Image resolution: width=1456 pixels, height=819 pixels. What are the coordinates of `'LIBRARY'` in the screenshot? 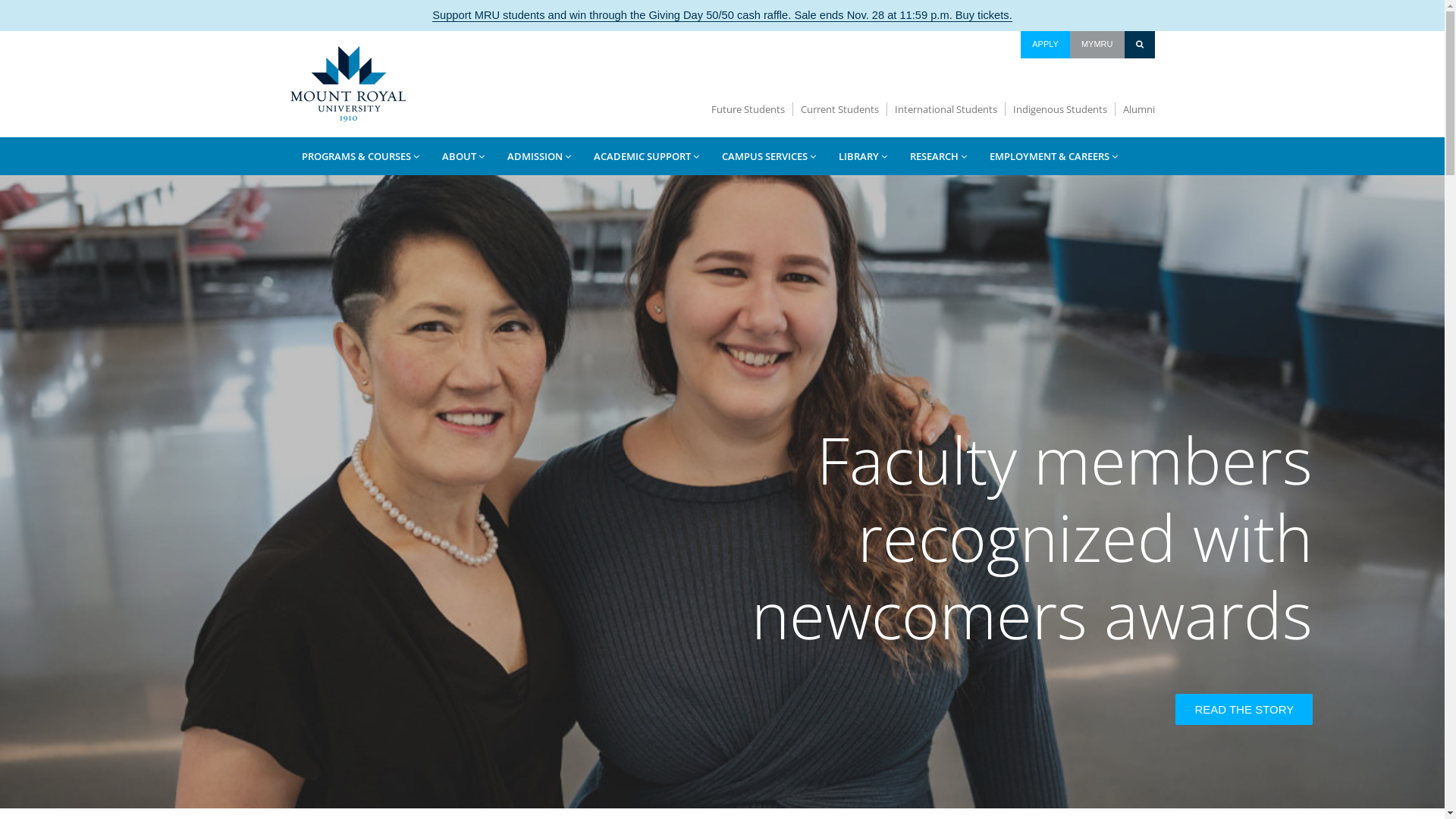 It's located at (862, 155).